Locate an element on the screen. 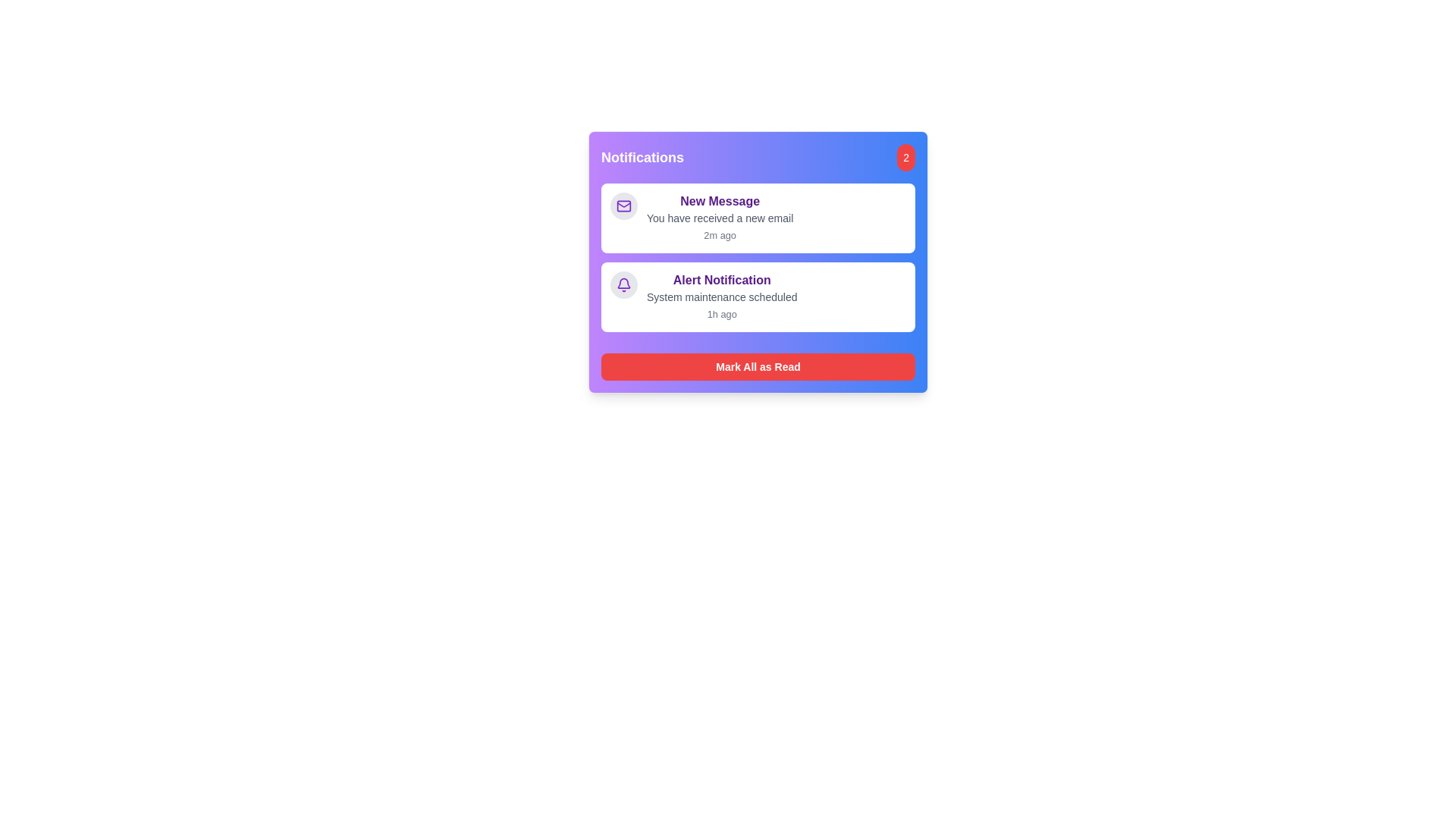  the first notification item in the notification panel, which displays a recent email with its title and brief description is located at coordinates (719, 218).